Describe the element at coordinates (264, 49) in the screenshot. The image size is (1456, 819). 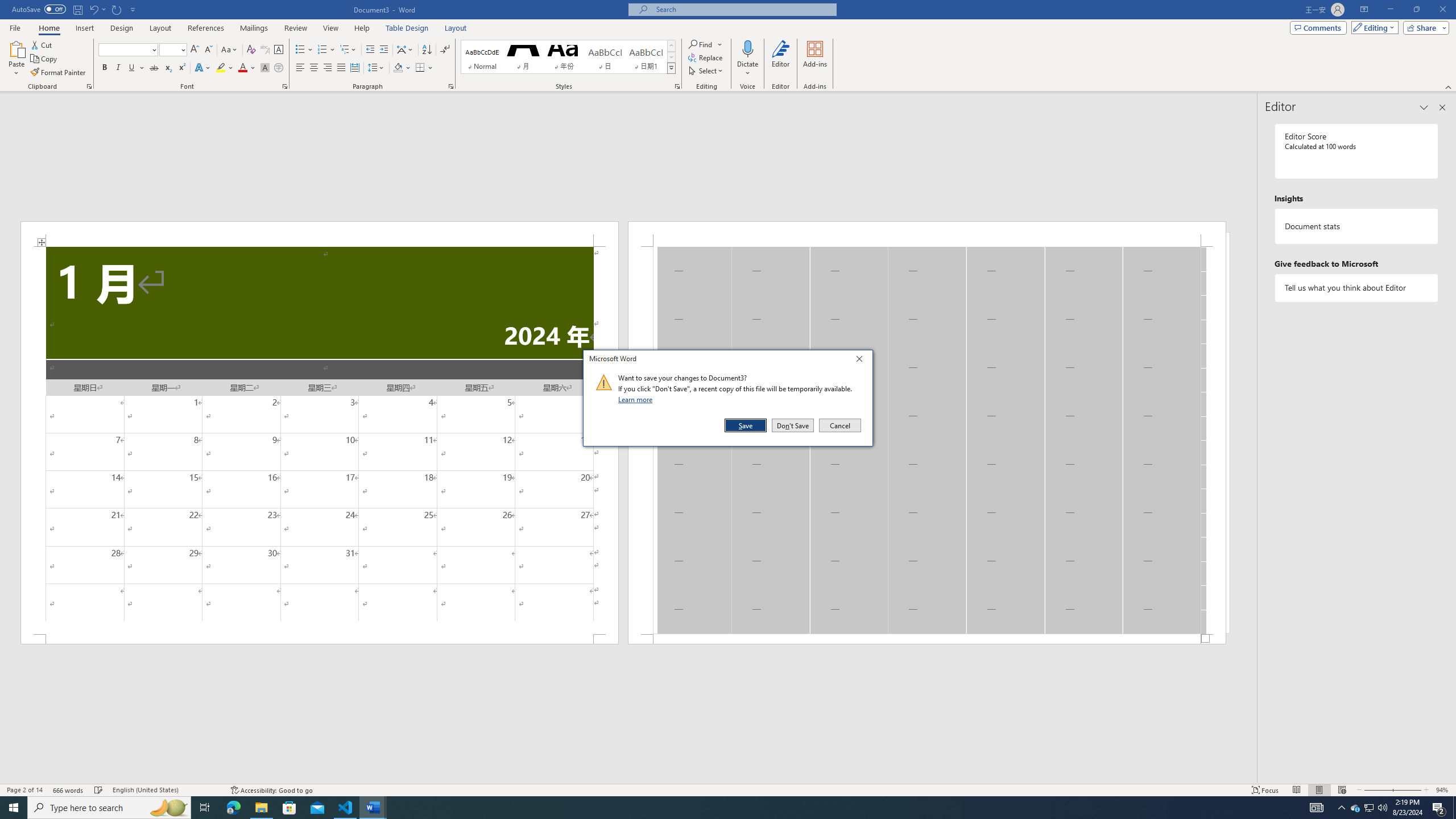
I see `'Phonetic Guide...'` at that location.